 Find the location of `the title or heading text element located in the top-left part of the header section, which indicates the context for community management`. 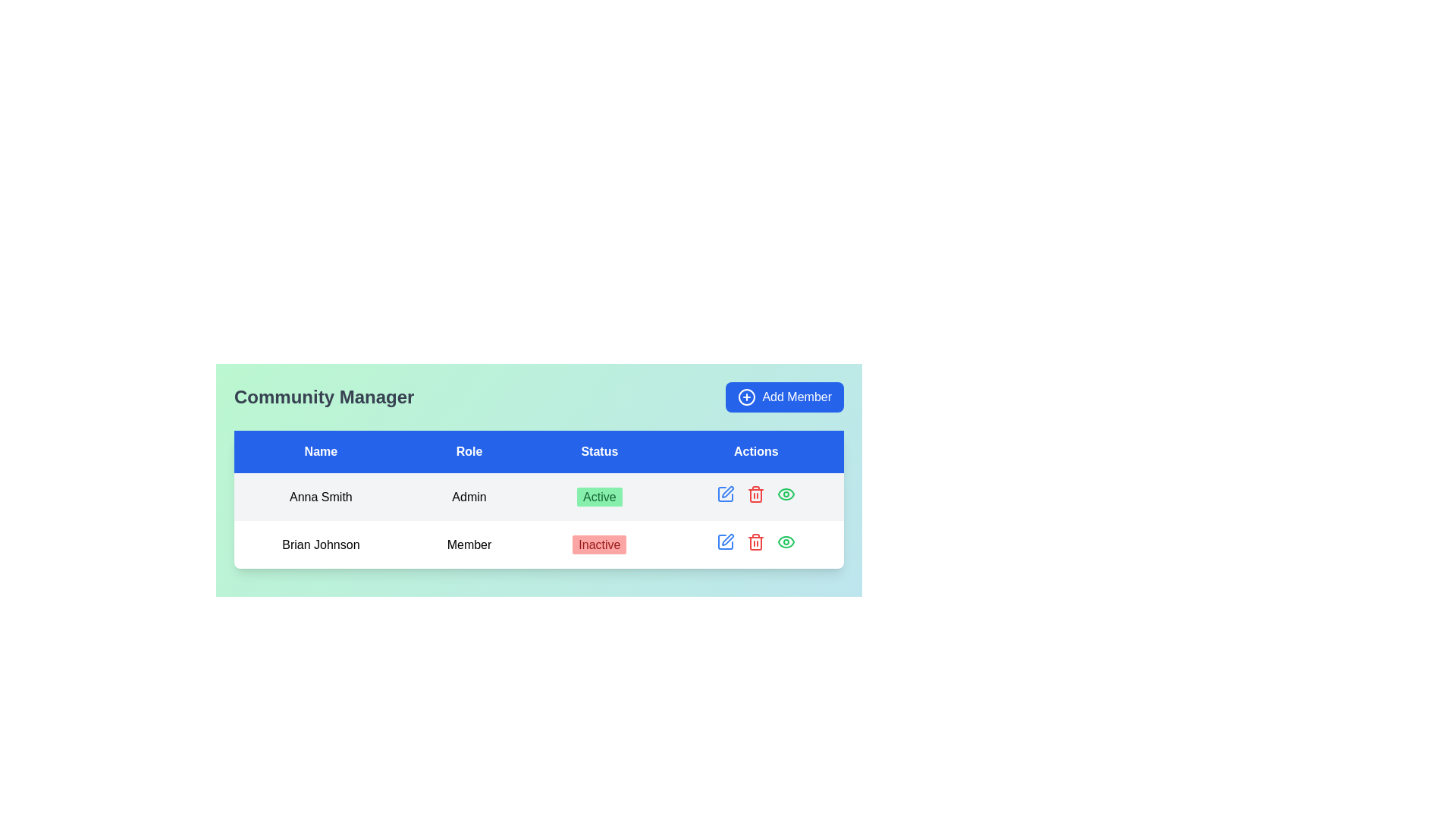

the title or heading text element located in the top-left part of the header section, which indicates the context for community management is located at coordinates (323, 397).